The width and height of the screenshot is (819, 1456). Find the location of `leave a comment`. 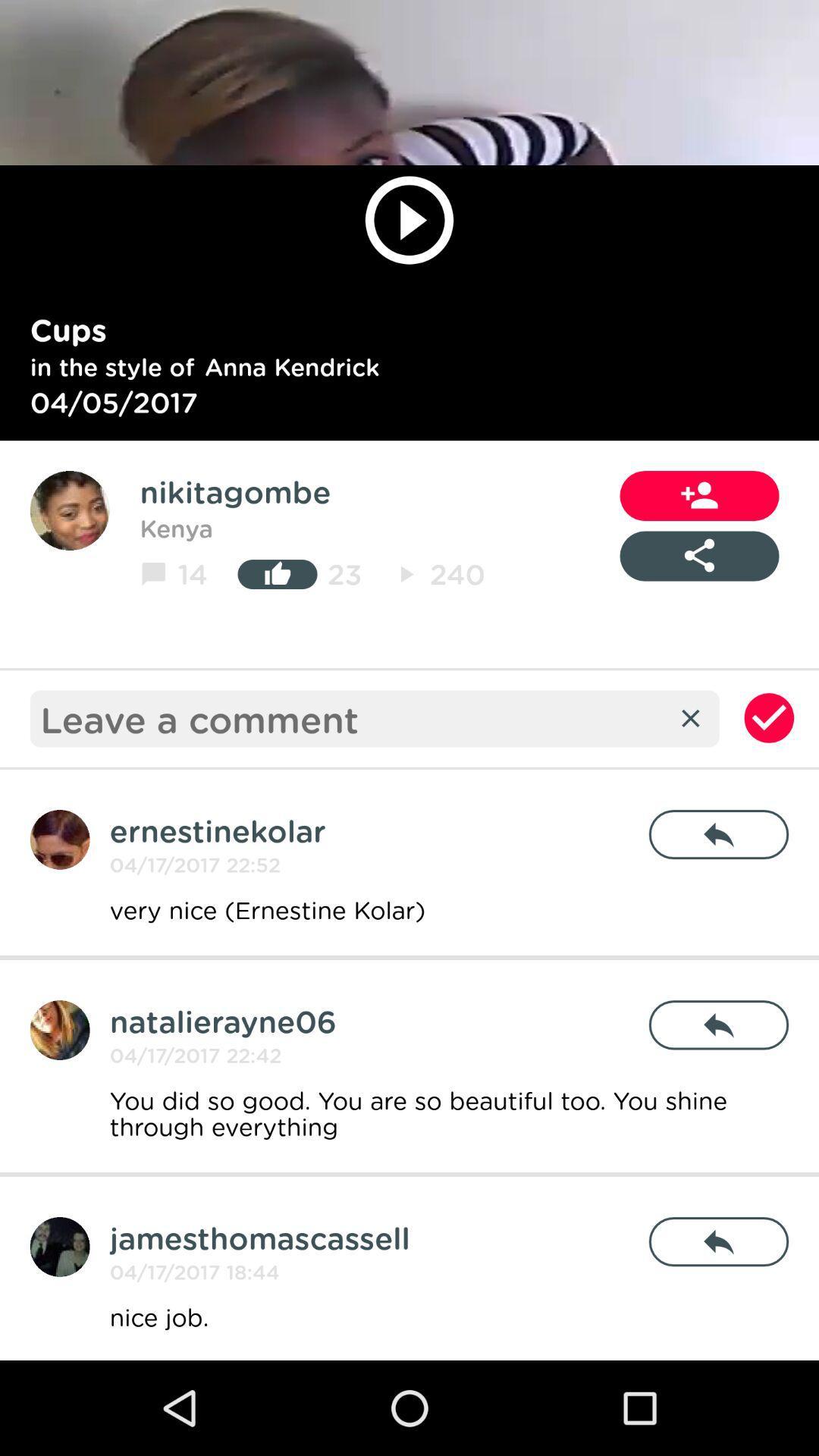

leave a comment is located at coordinates (353, 717).